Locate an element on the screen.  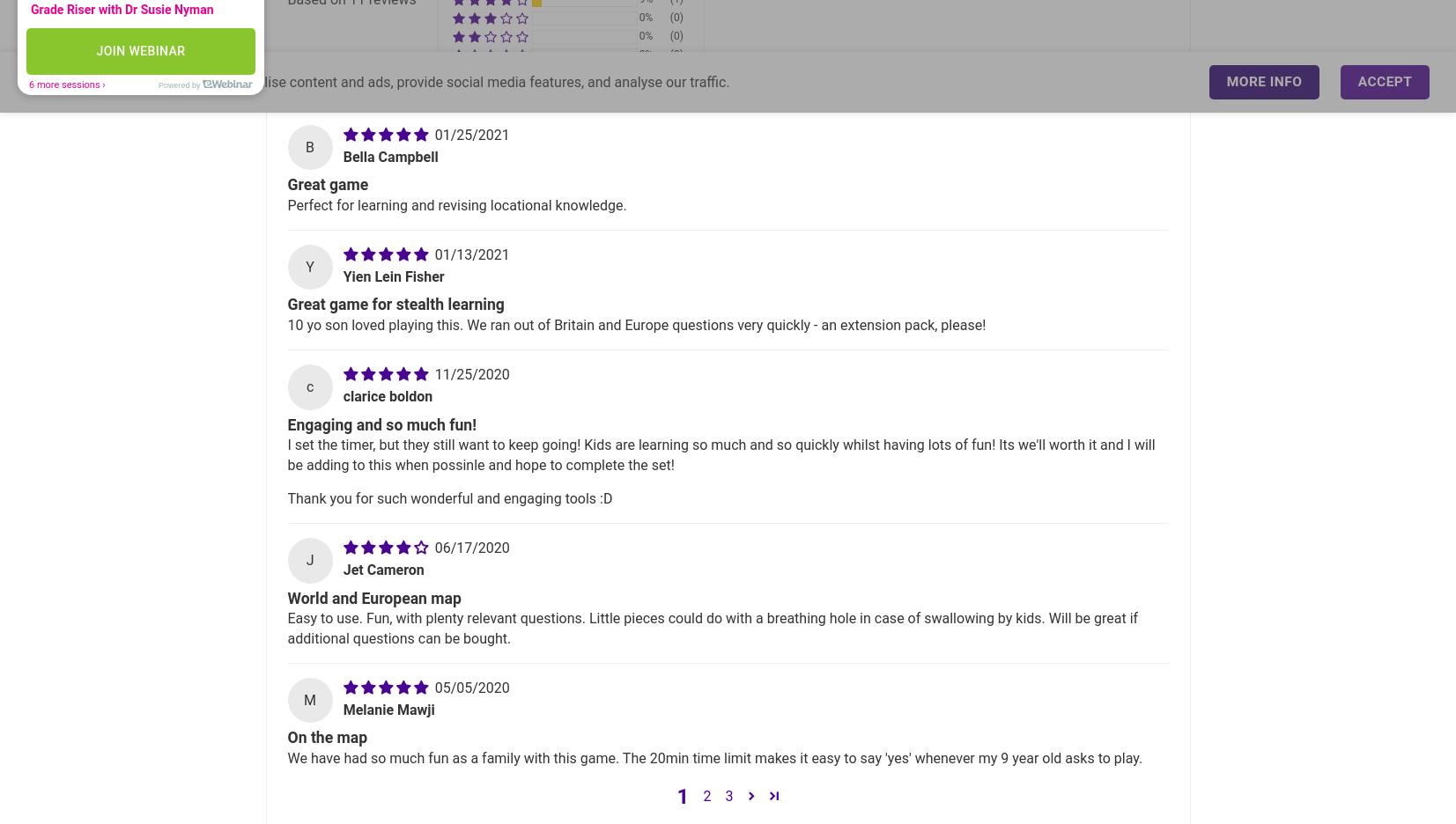
'clarice boldon' is located at coordinates (341, 395).